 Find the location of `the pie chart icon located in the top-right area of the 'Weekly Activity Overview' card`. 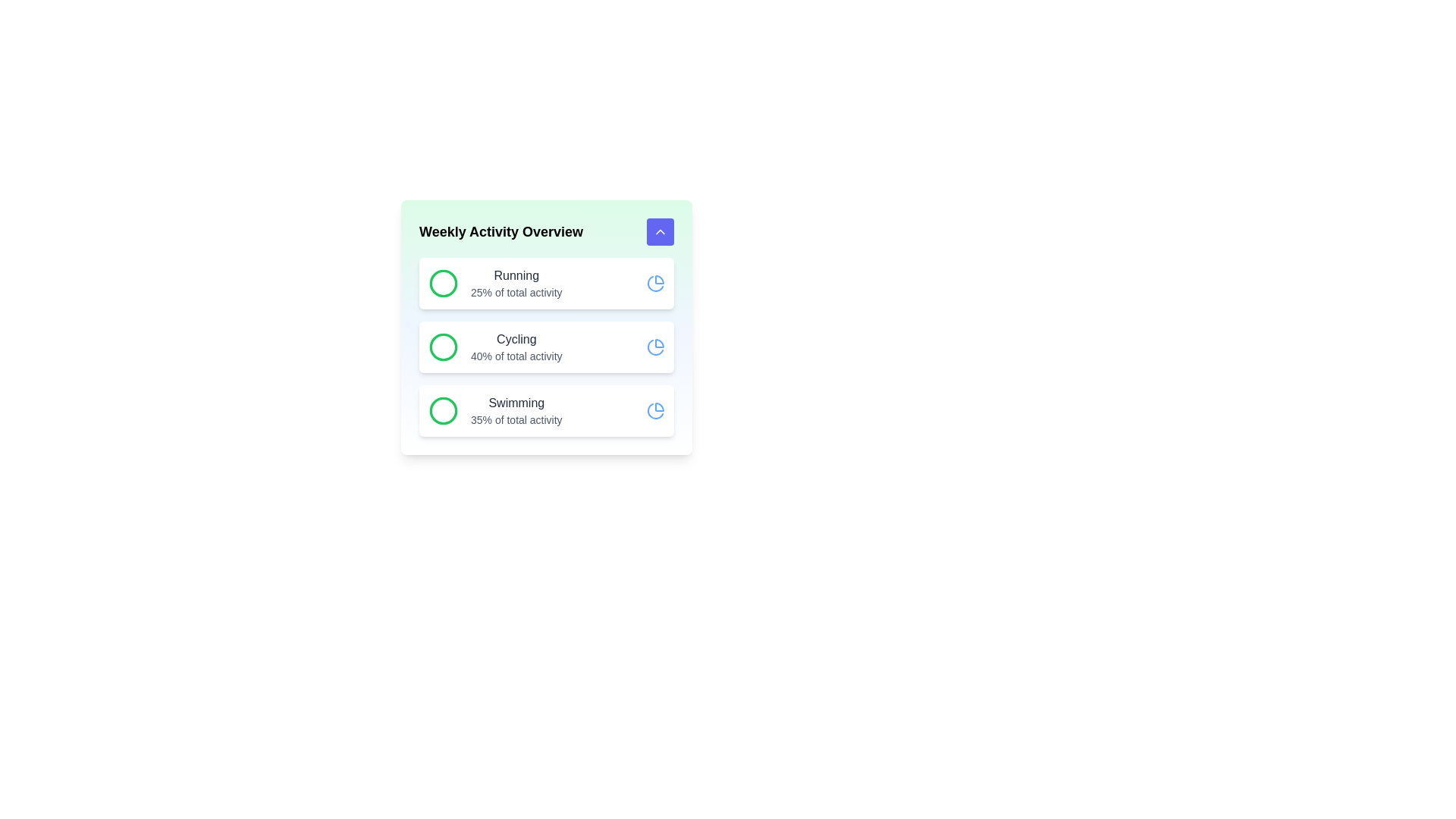

the pie chart icon located in the top-right area of the 'Weekly Activity Overview' card is located at coordinates (659, 406).